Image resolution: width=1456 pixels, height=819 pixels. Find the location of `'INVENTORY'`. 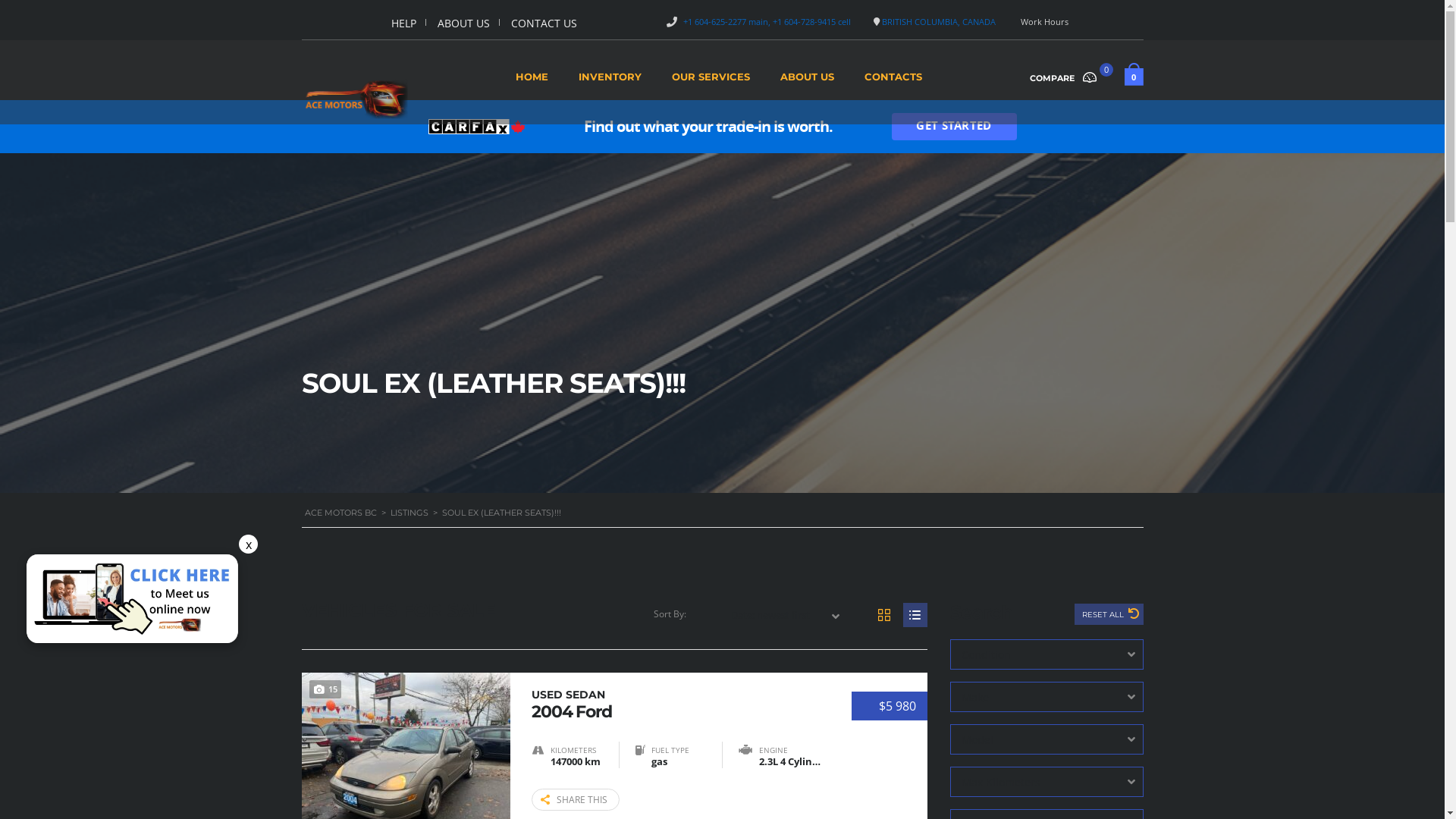

'INVENTORY' is located at coordinates (577, 81).